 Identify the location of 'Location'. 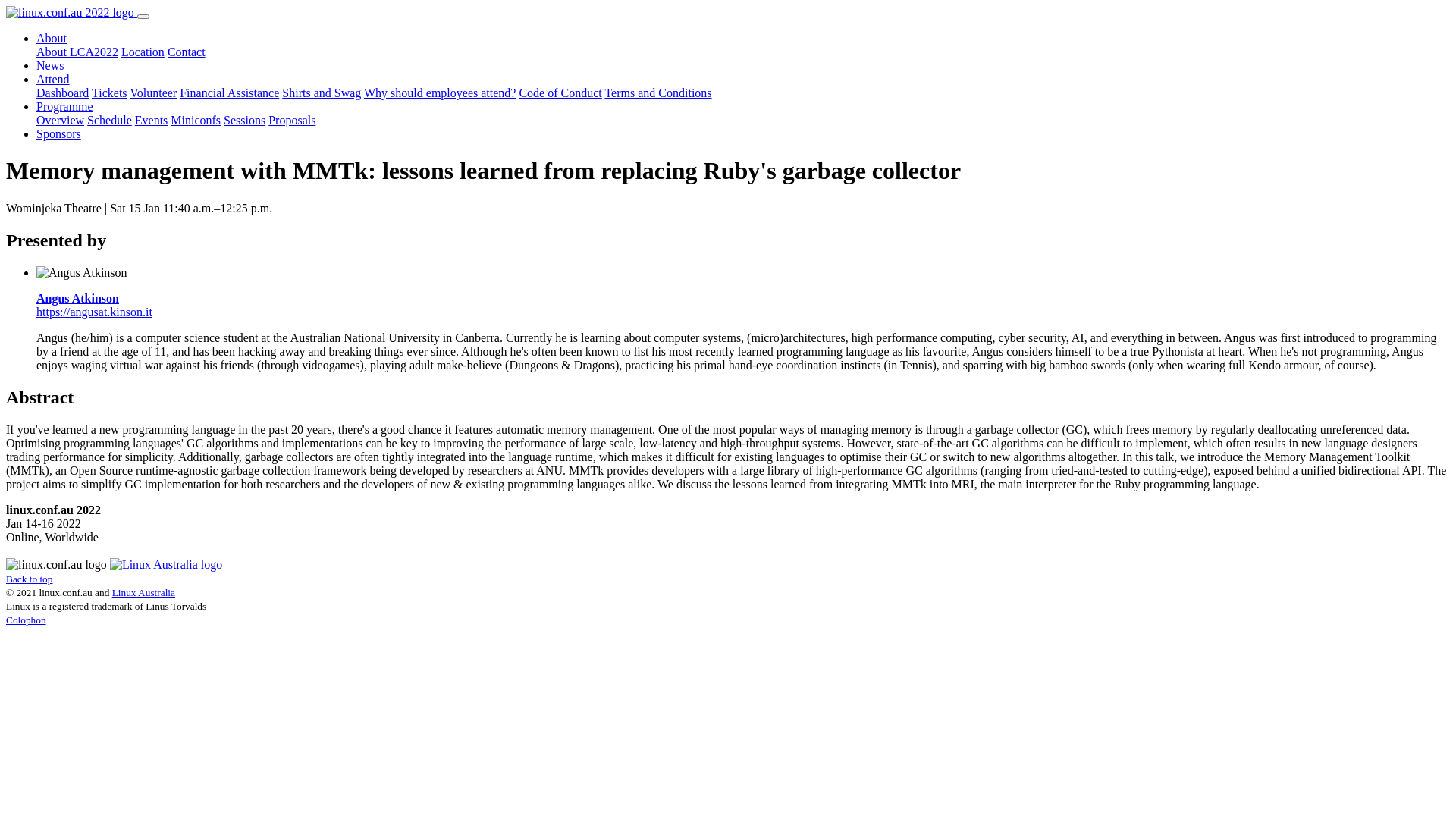
(143, 51).